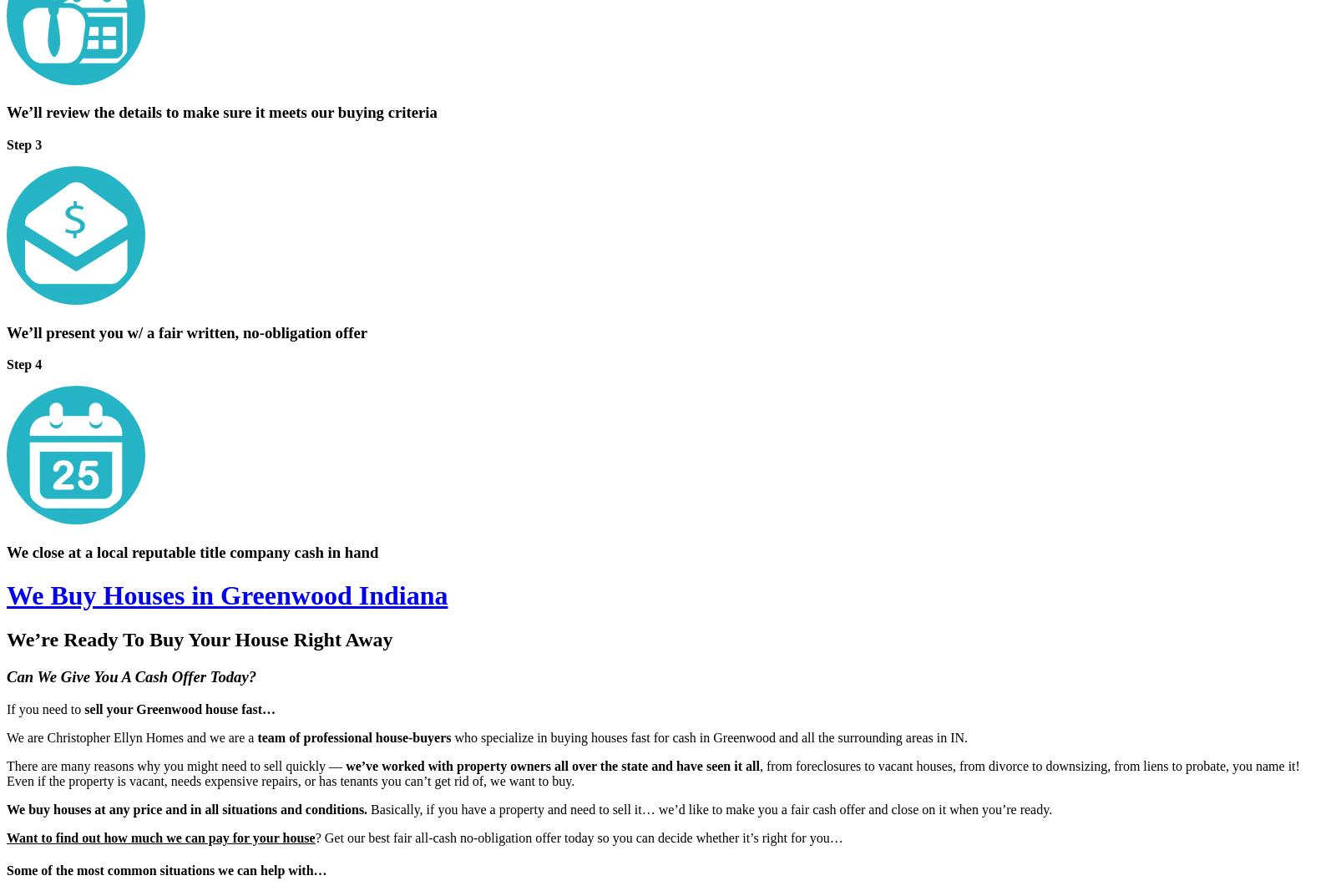  What do you see at coordinates (6, 772) in the screenshot?
I see `', from foreclosures to vacant houses, from divorce to downsizing, from liens to probate, you name it! Even if the property is vacant, needs expensive repairs, or has tenants you can’t get rid of, we want to buy.'` at bounding box center [6, 772].